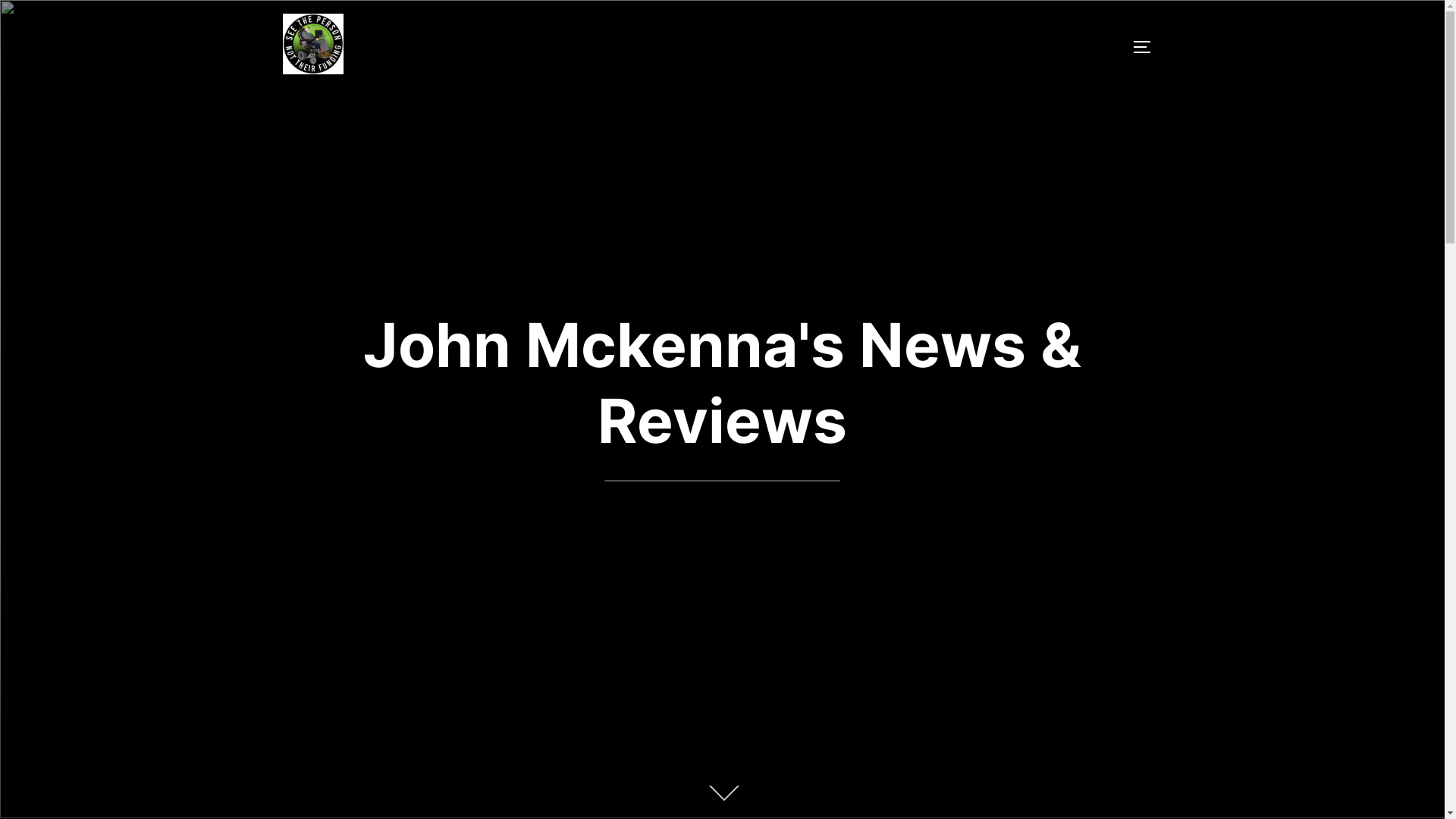  What do you see at coordinates (720, 794) in the screenshot?
I see `'Scroll down to content'` at bounding box center [720, 794].